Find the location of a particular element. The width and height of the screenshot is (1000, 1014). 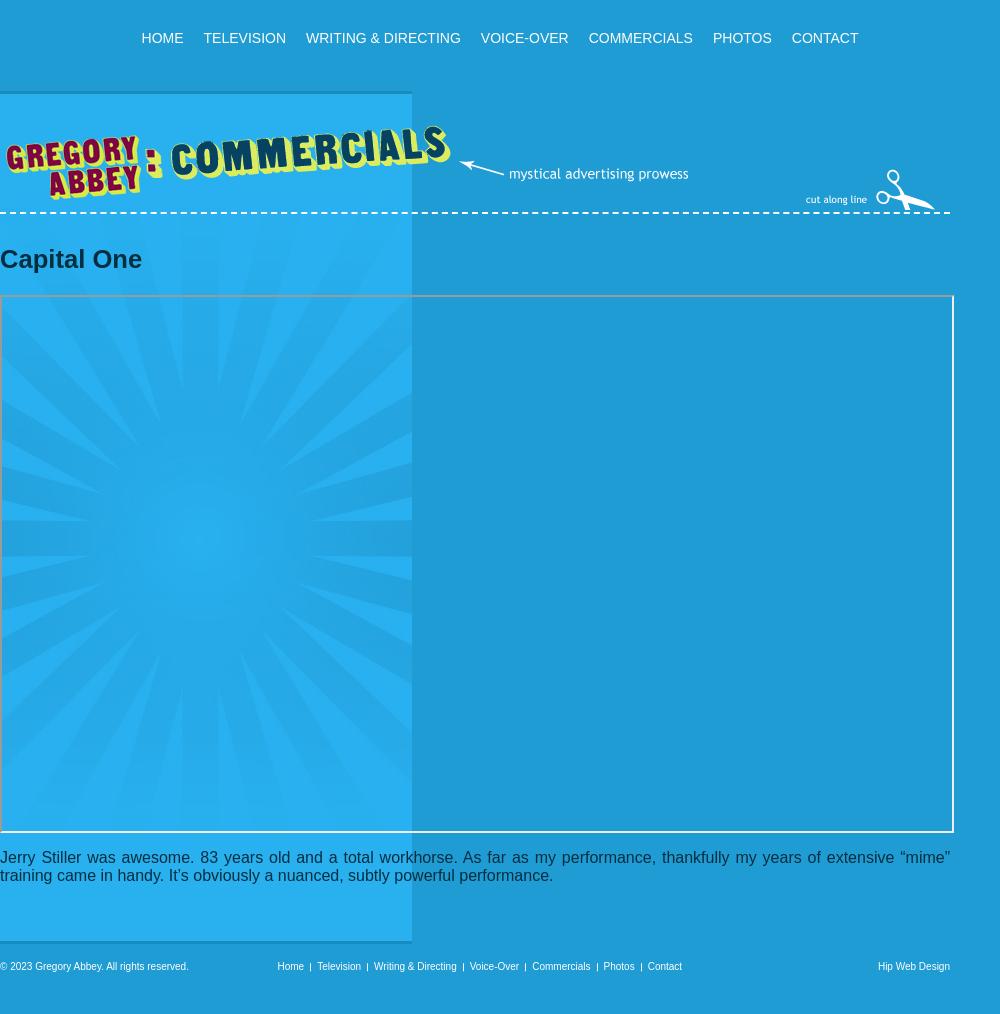

'Commercials' is located at coordinates (640, 37).